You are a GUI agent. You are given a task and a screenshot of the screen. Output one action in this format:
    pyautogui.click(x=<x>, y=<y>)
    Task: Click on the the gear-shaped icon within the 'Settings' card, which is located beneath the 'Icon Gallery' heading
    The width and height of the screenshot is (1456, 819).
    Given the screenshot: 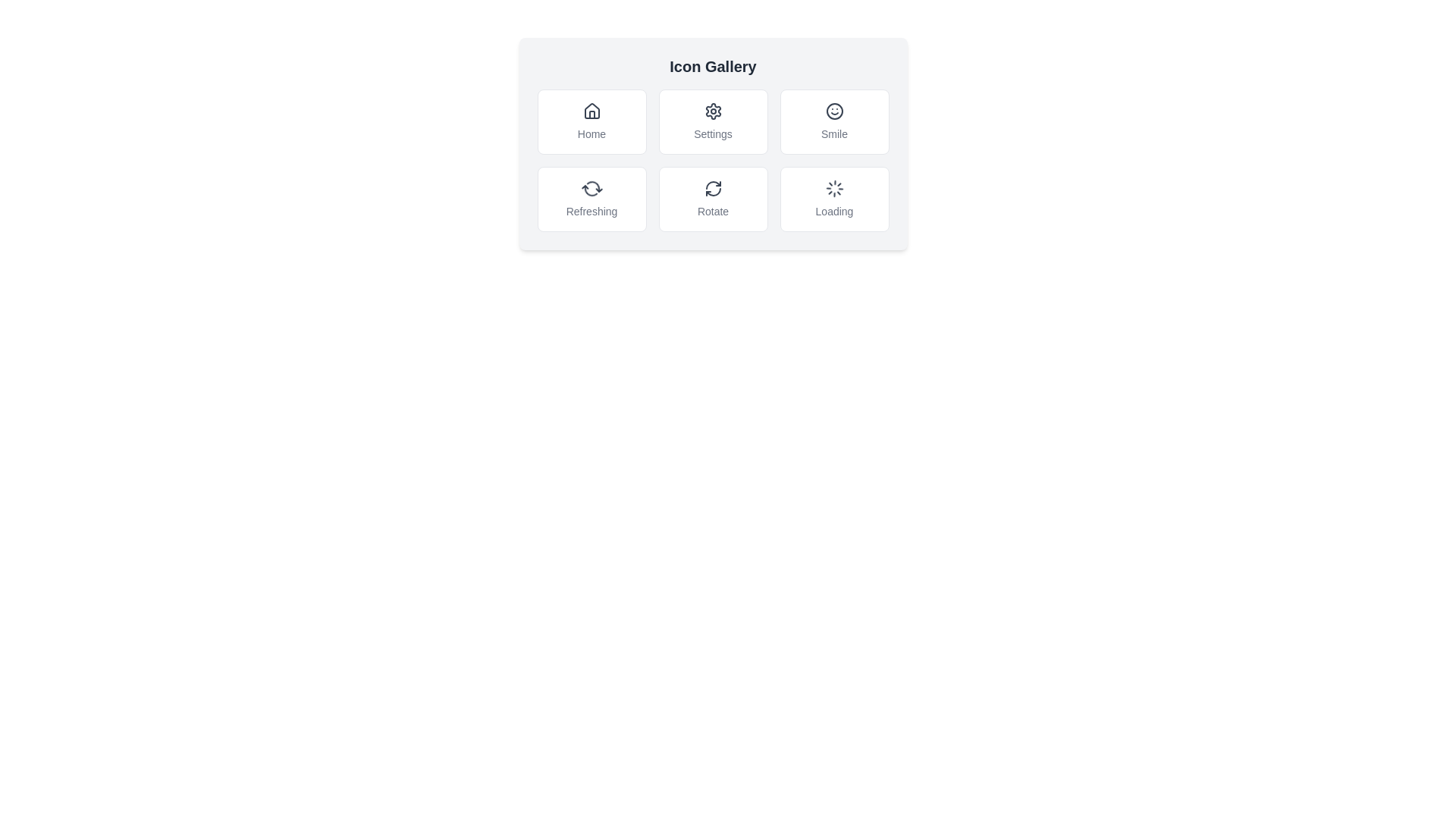 What is the action you would take?
    pyautogui.click(x=712, y=110)
    